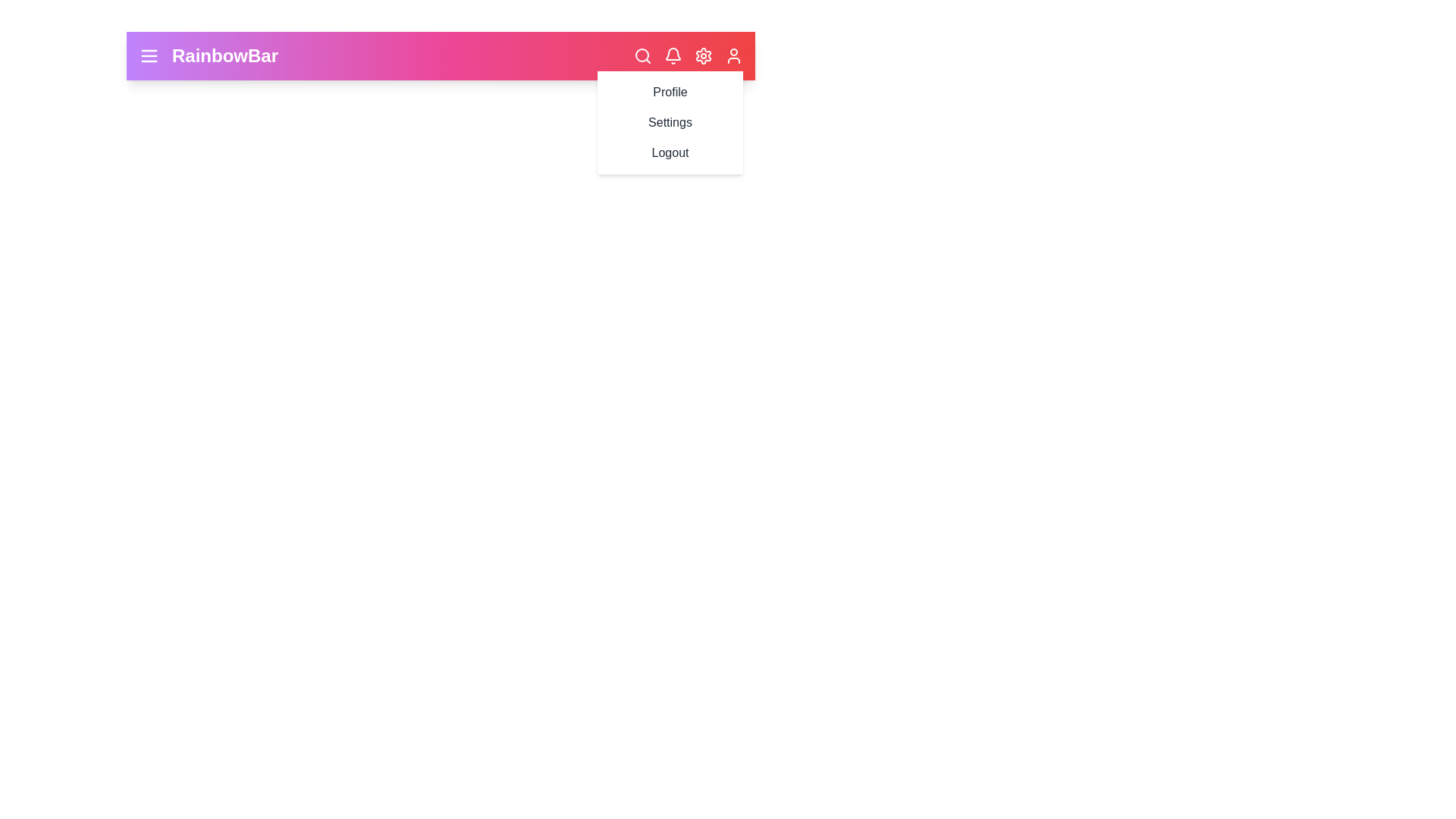 The image size is (1456, 819). What do you see at coordinates (673, 55) in the screenshot?
I see `the bell icon to view notifications` at bounding box center [673, 55].